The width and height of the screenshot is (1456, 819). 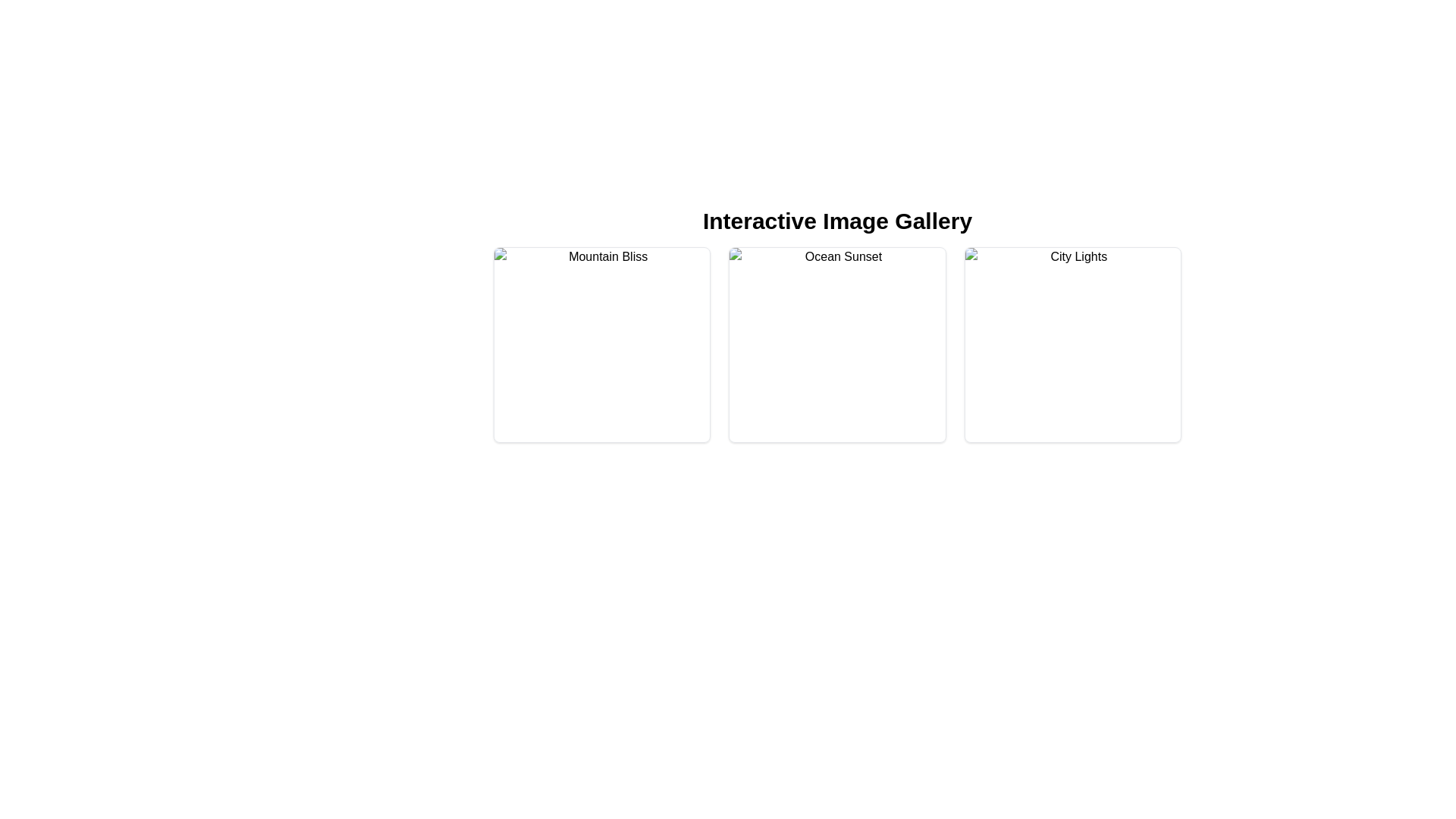 I want to click on the image labeled 'City Lights' in the rightmost card, so click(x=1072, y=345).